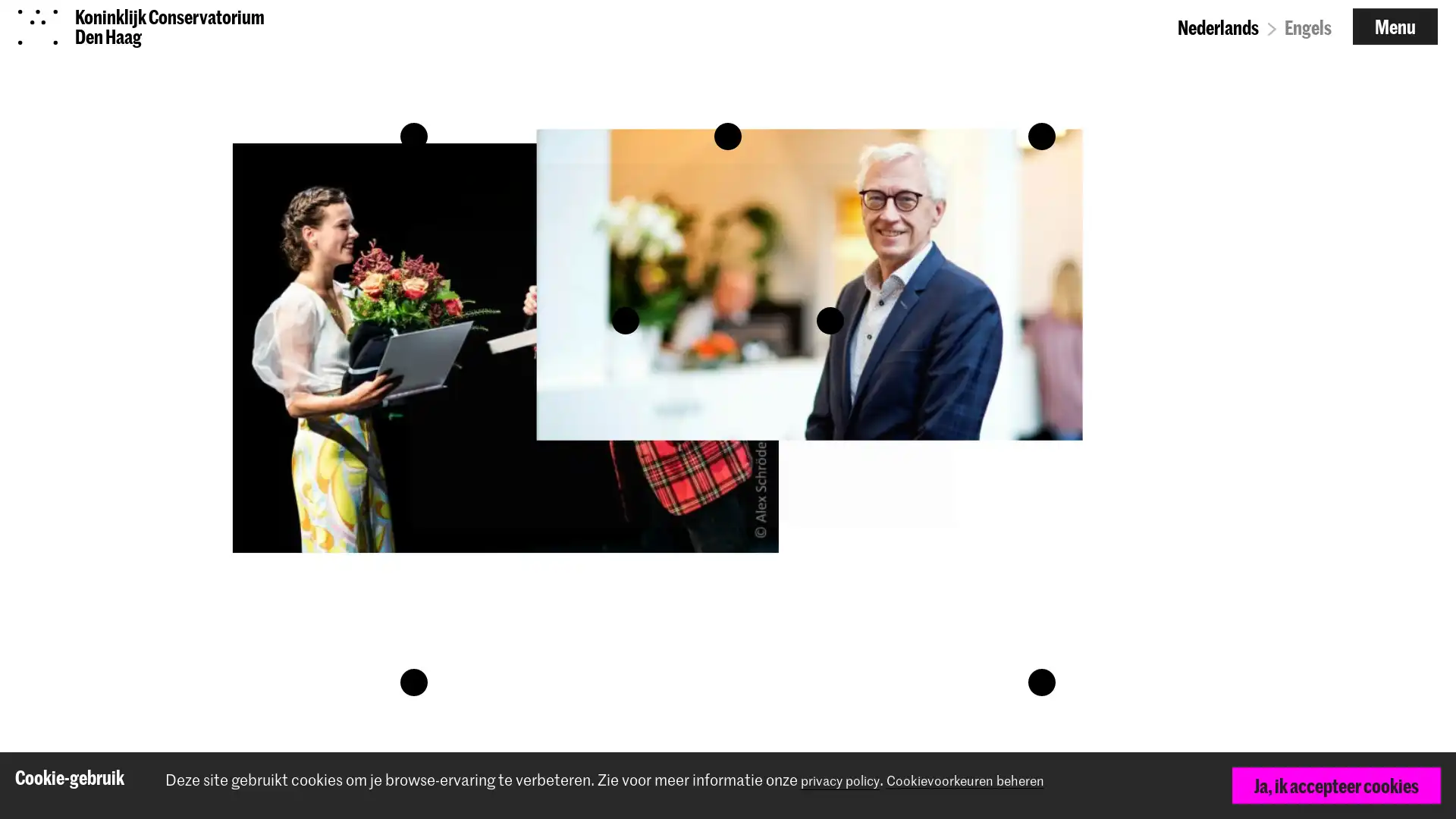 Image resolution: width=1456 pixels, height=819 pixels. Describe the element at coordinates (1395, 35) in the screenshot. I see `Menu` at that location.